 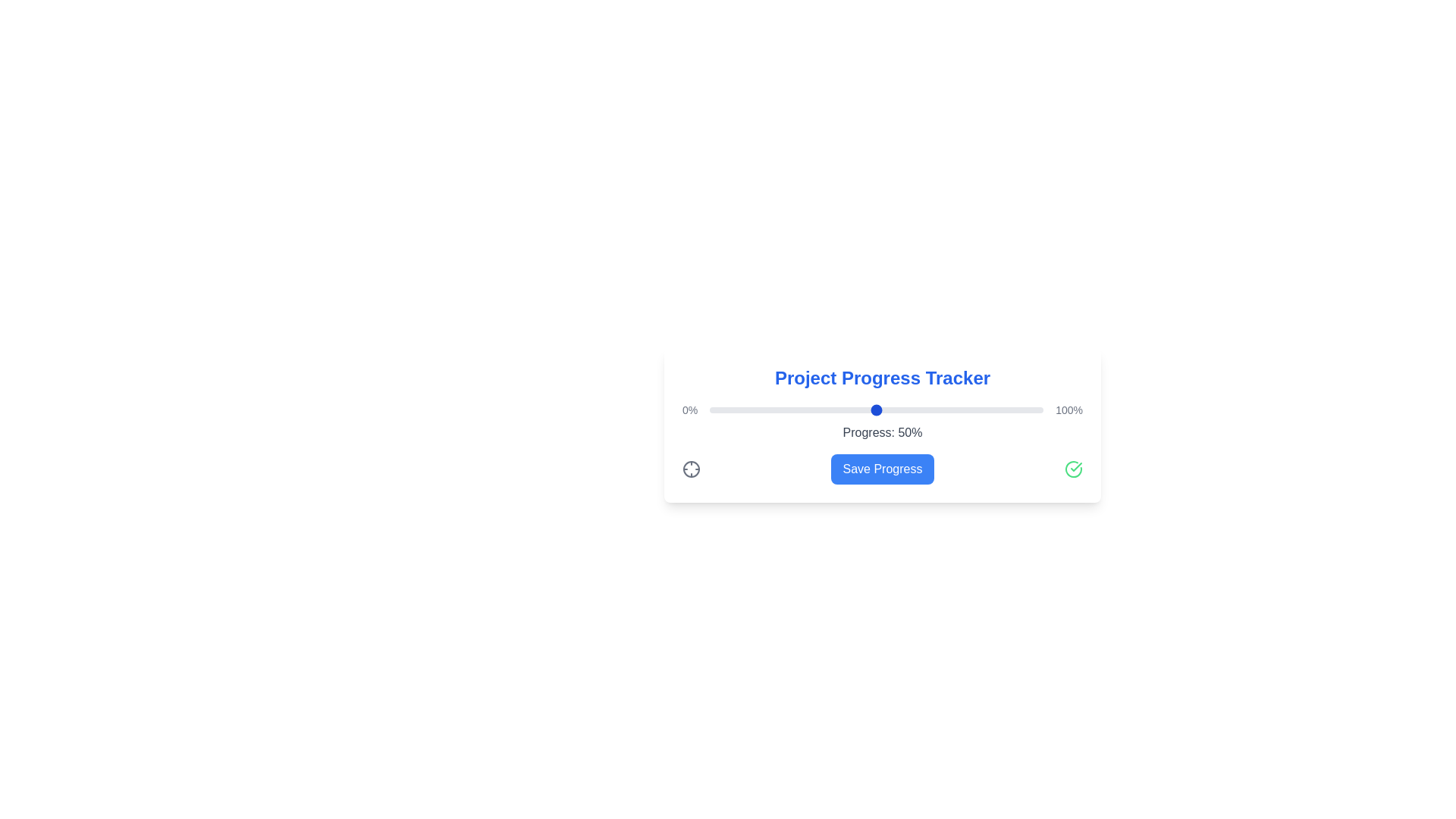 I want to click on the slider to set the progress value to 86, so click(x=996, y=409).